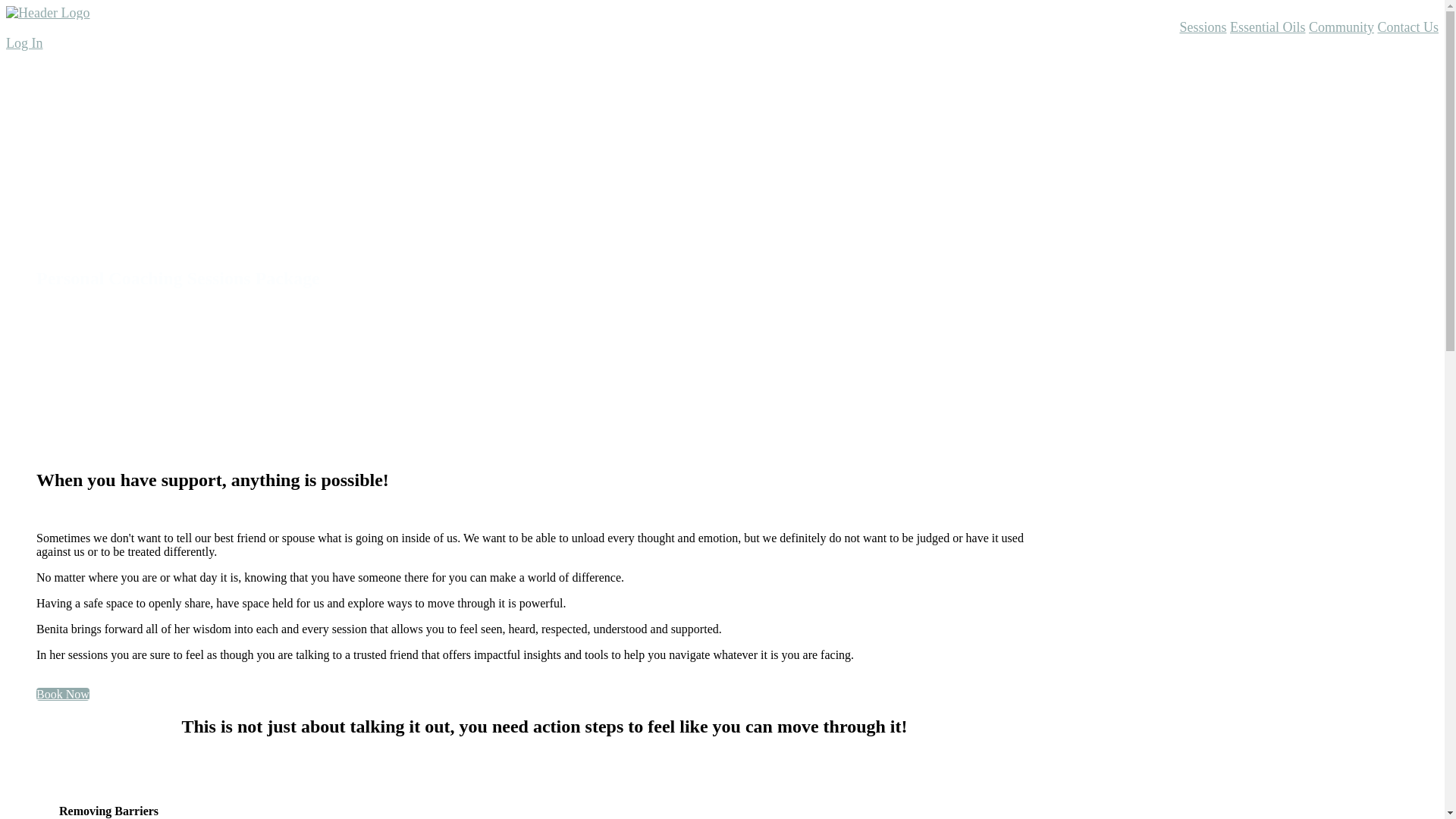 This screenshot has width=1456, height=819. What do you see at coordinates (1201, 27) in the screenshot?
I see `'Sessions'` at bounding box center [1201, 27].